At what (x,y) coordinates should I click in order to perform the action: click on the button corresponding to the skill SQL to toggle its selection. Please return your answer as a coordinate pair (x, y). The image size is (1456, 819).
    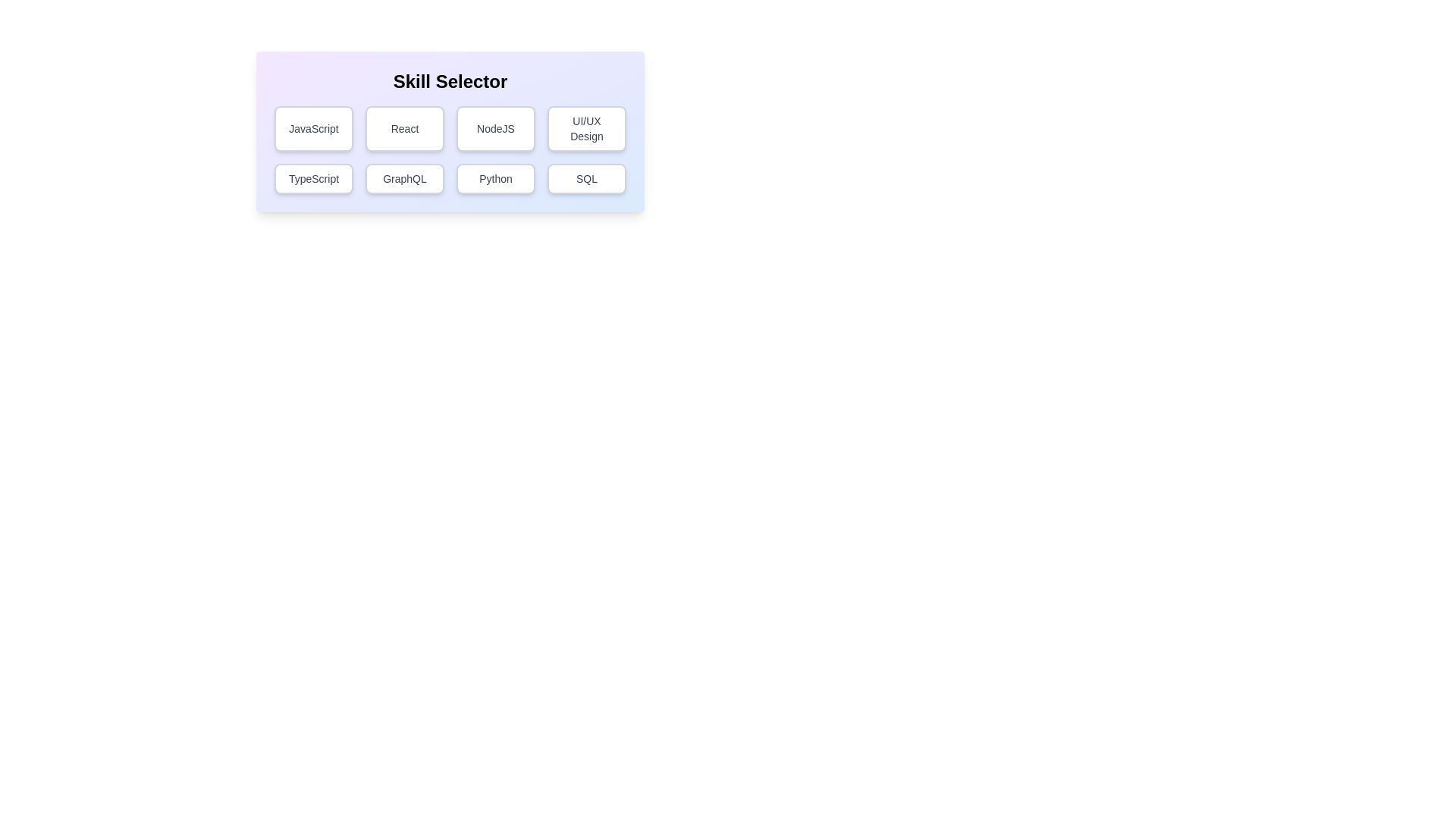
    Looking at the image, I should click on (585, 177).